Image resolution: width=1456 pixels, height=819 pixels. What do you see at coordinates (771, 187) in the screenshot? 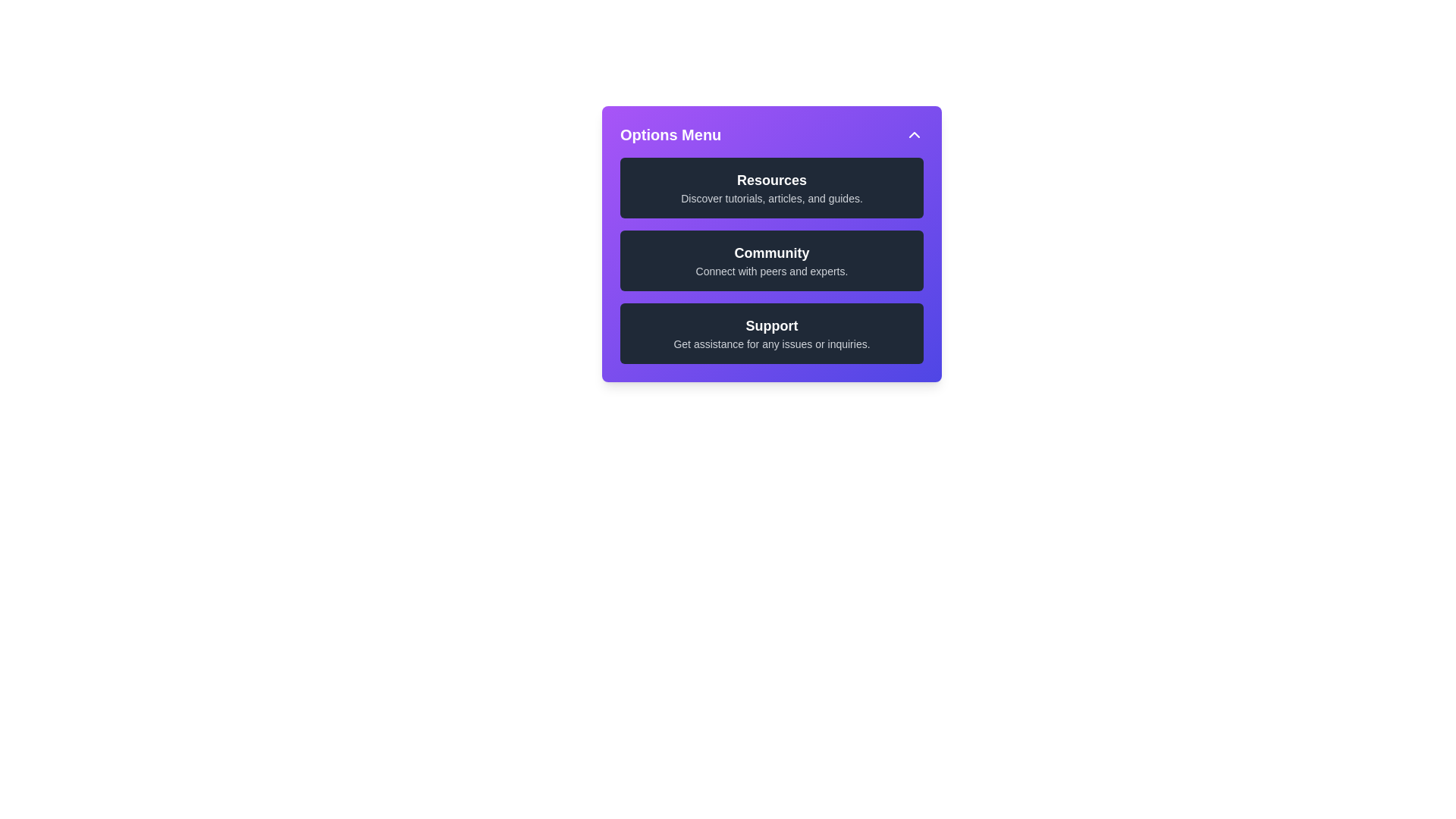
I see `the list item labeled 'Resources' to observe the hover effect` at bounding box center [771, 187].